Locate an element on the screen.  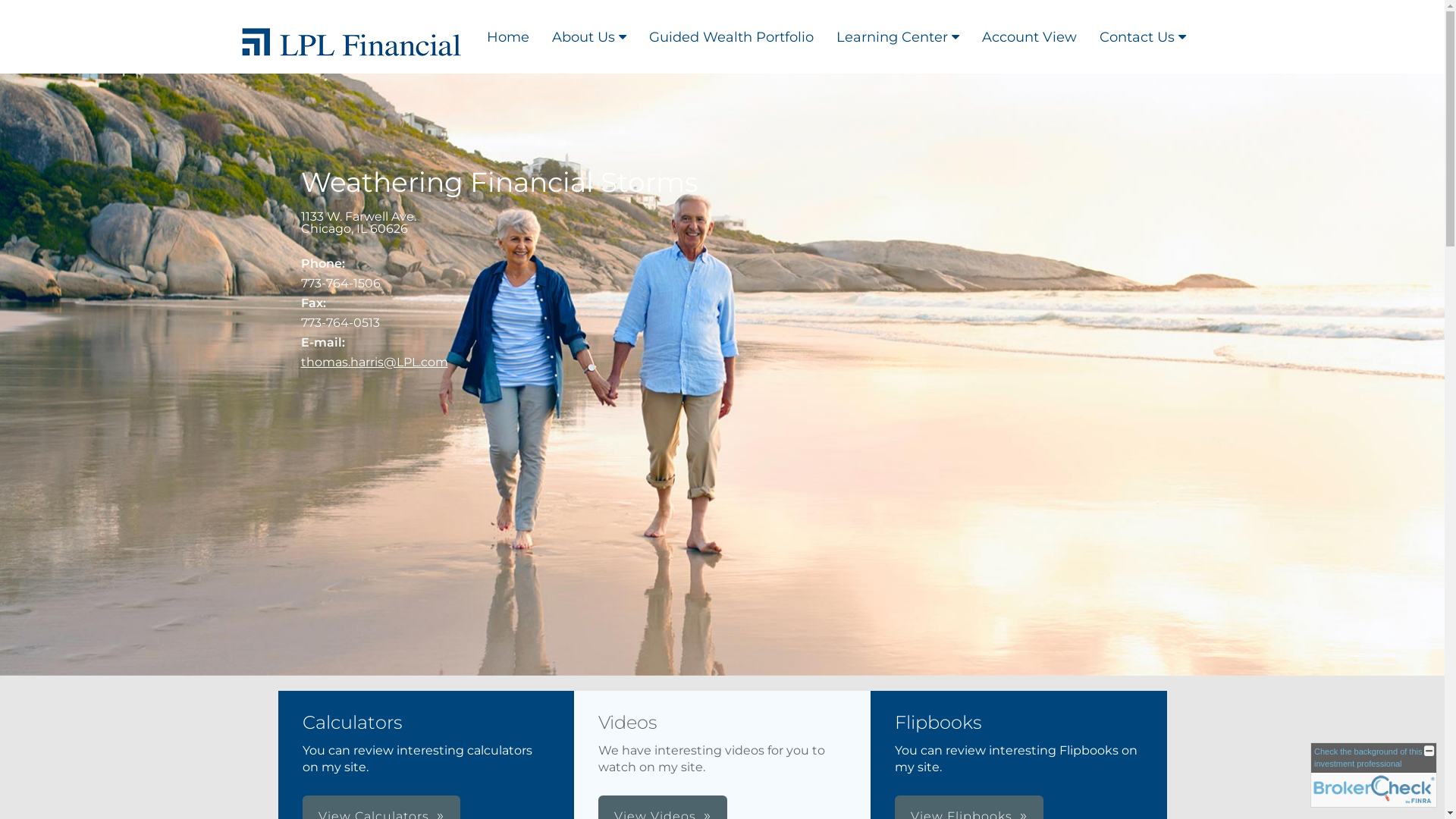
'Check the background of this investment professional' is located at coordinates (1373, 775).